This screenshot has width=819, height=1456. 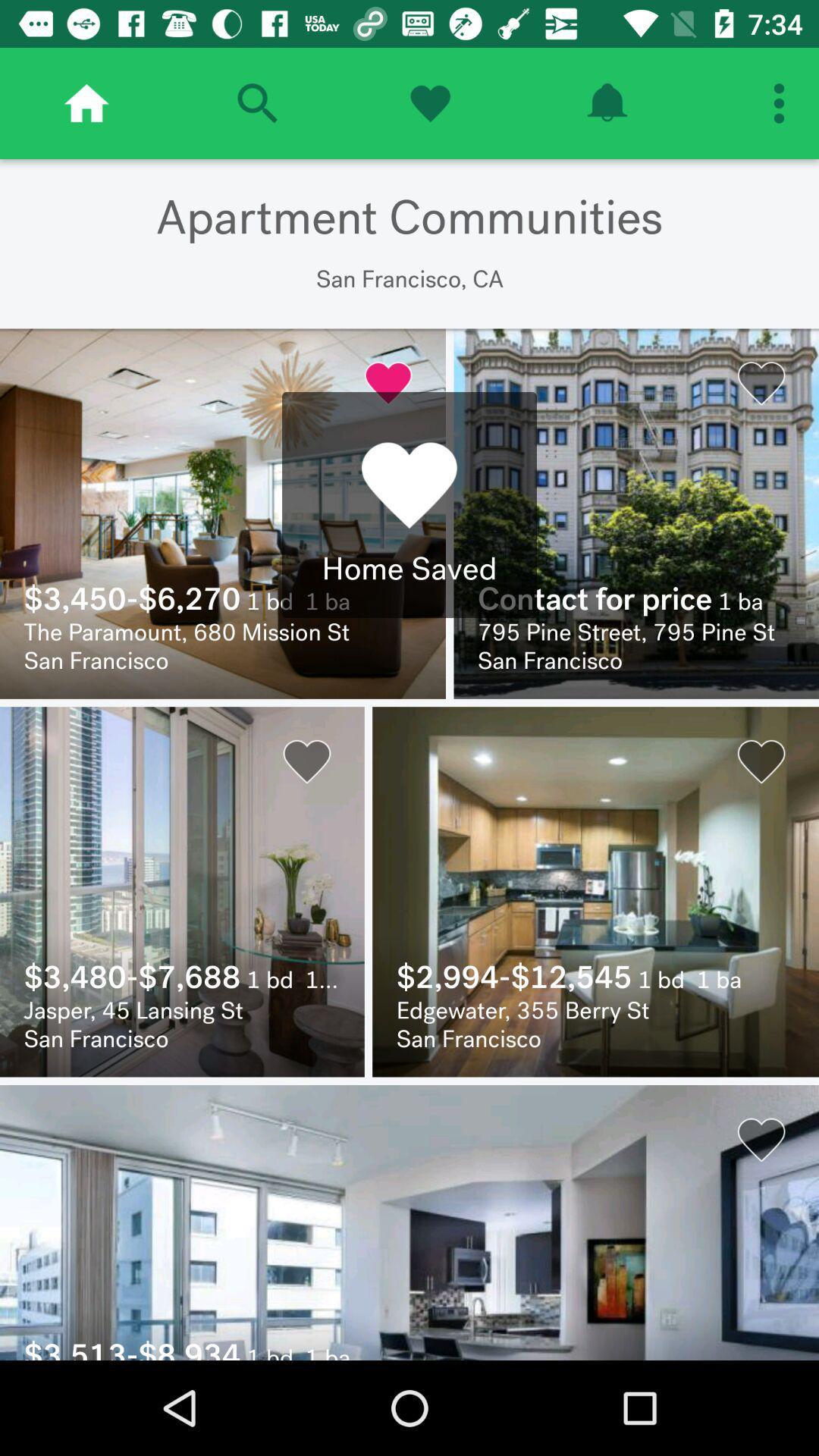 What do you see at coordinates (606, 102) in the screenshot?
I see `notifications` at bounding box center [606, 102].